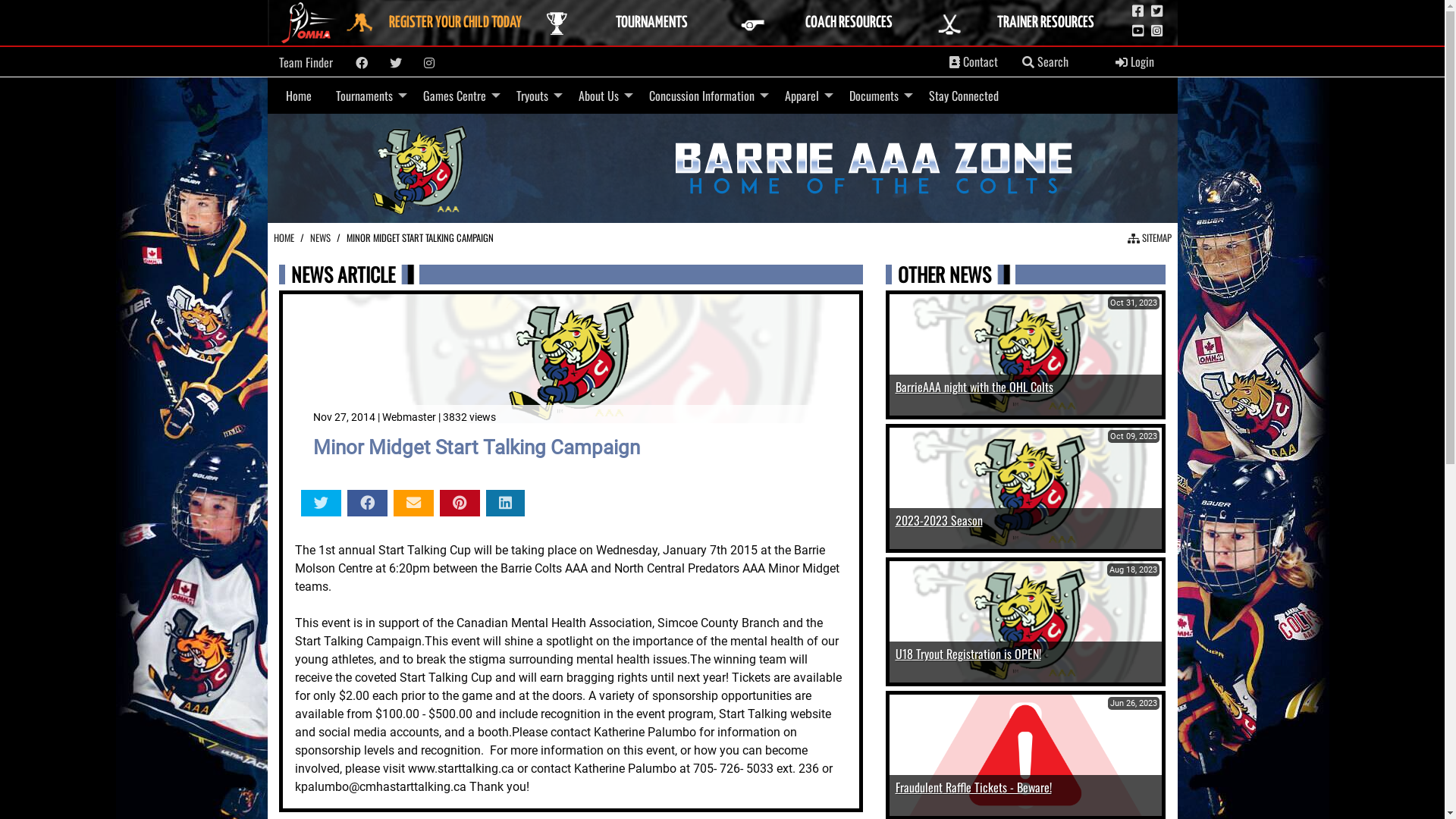 The height and width of the screenshot is (819, 1456). Describe the element at coordinates (396, 62) in the screenshot. I see `'Twitter'` at that location.